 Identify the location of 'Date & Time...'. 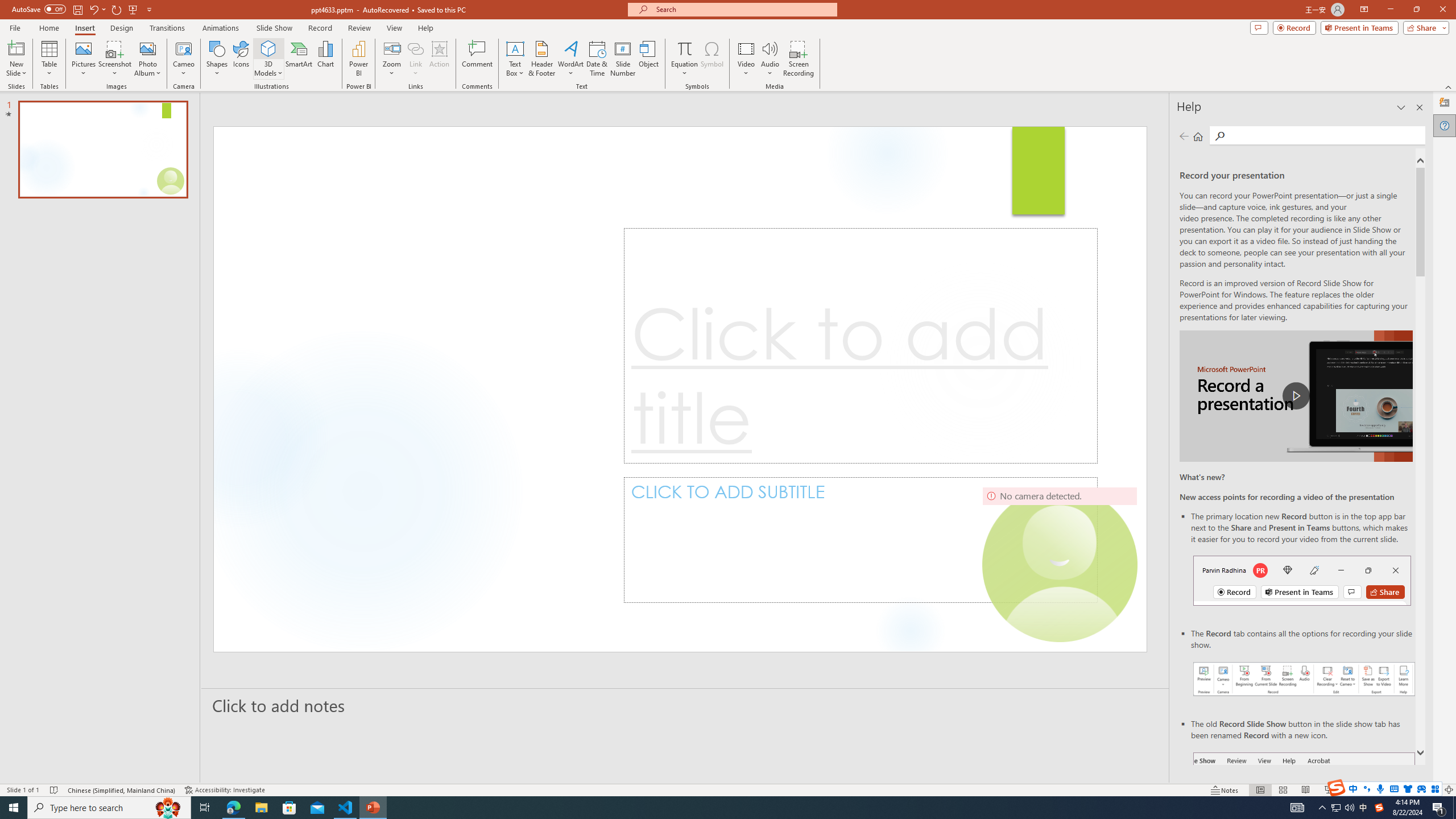
(596, 59).